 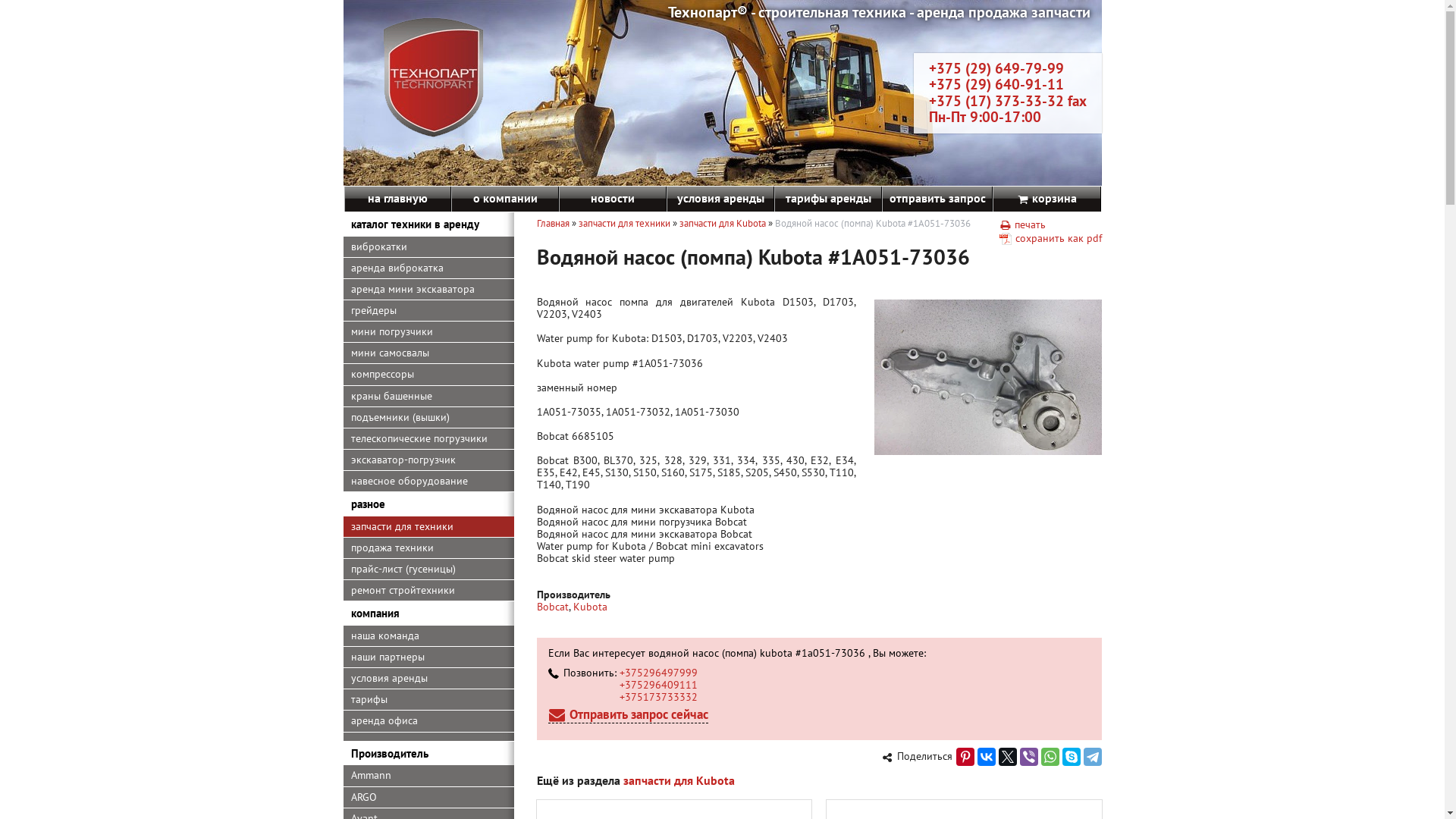 I want to click on 'Ammann', so click(x=427, y=775).